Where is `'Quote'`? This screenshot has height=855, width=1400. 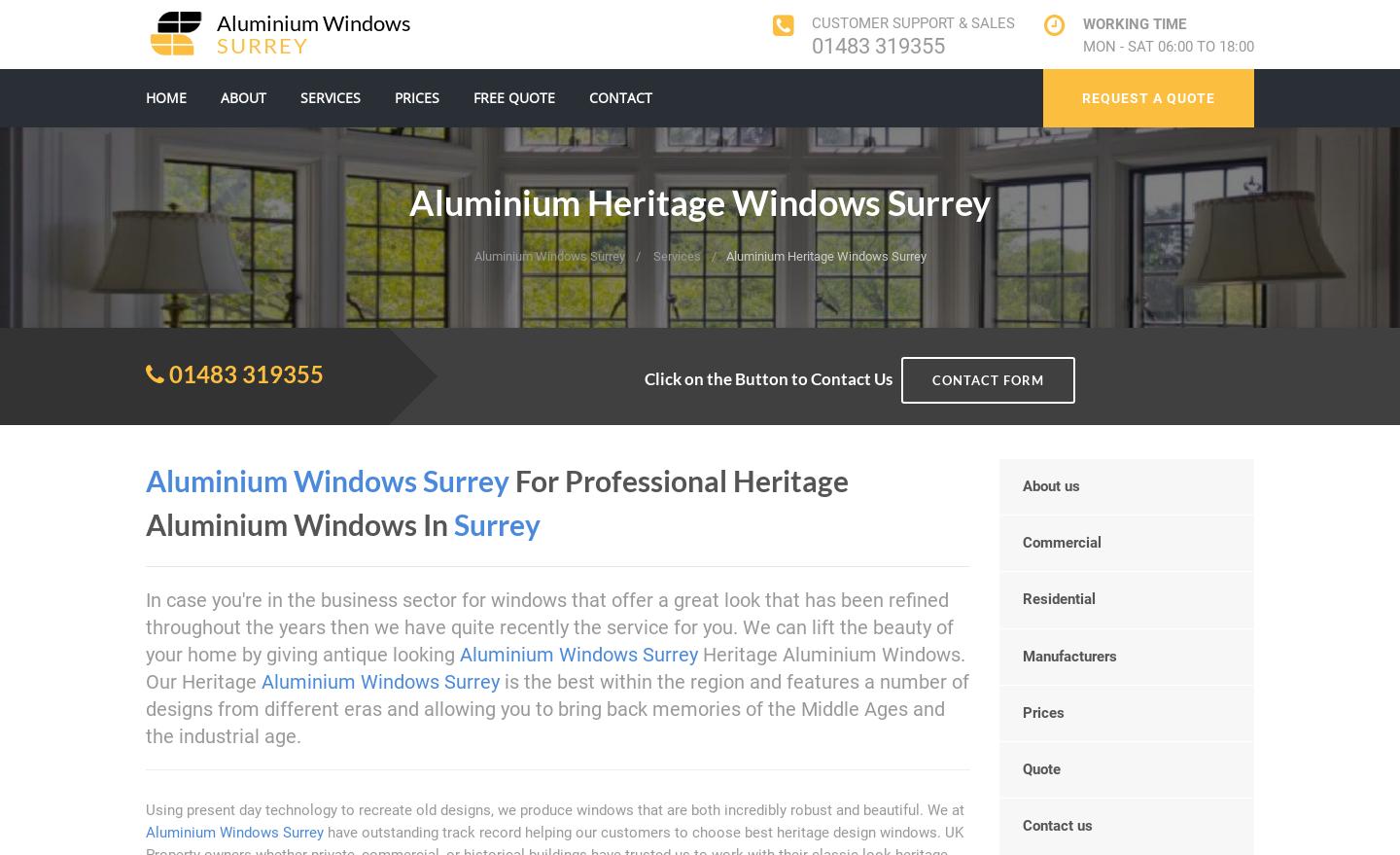 'Quote' is located at coordinates (1022, 769).